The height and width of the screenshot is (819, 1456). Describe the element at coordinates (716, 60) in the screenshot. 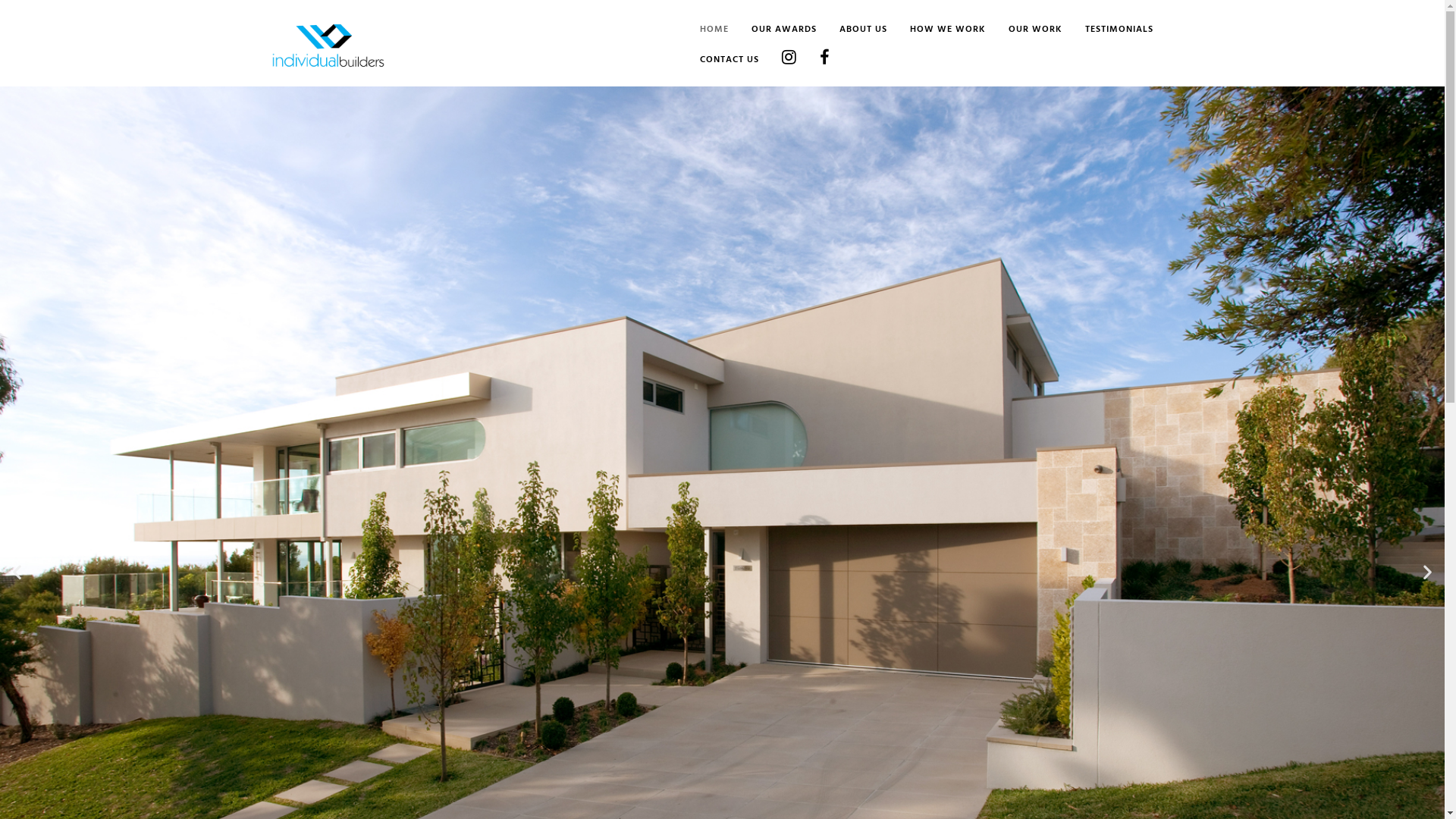

I see `'CONTACT US'` at that location.